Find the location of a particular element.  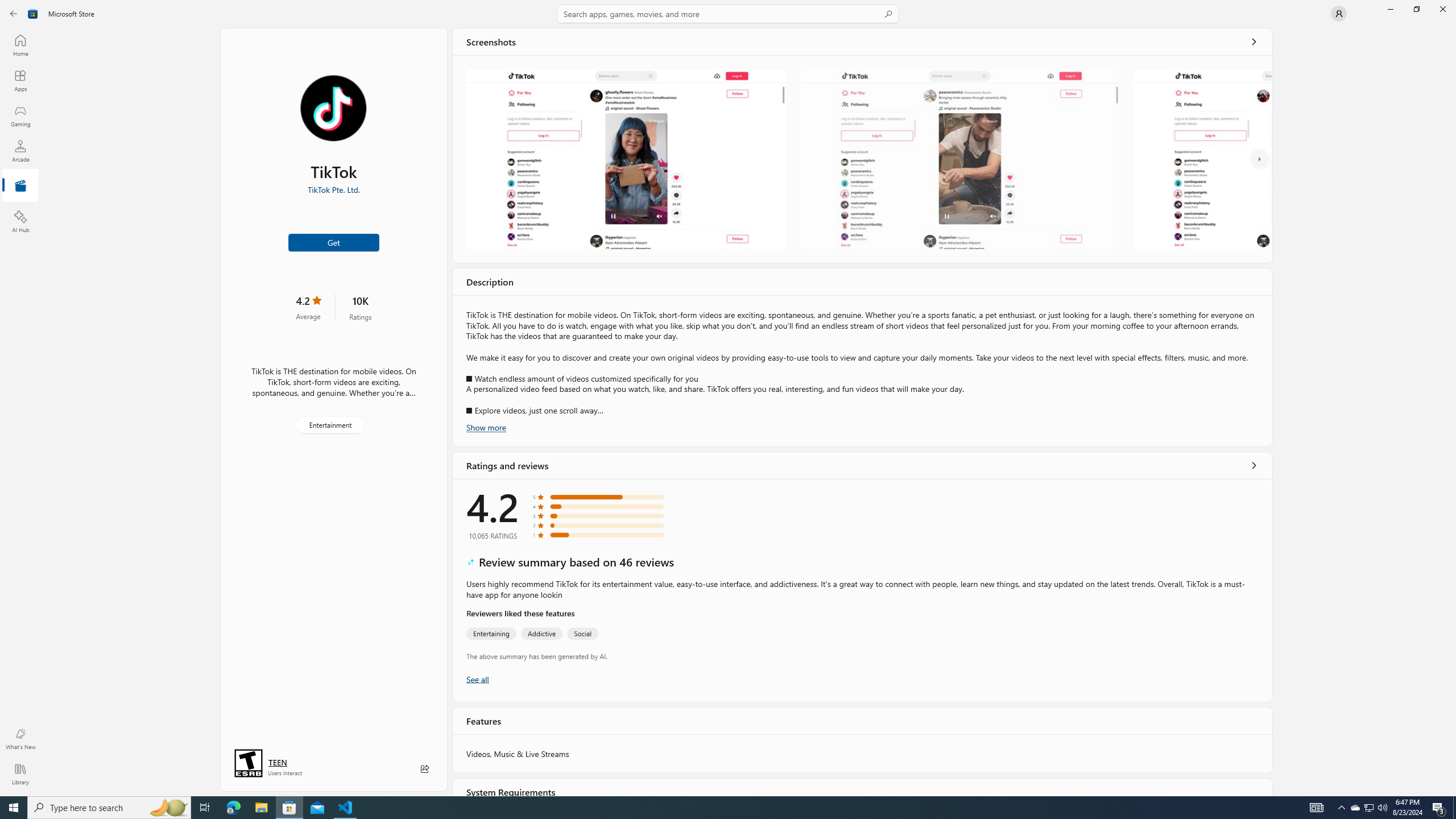

'Back' is located at coordinates (14, 13).